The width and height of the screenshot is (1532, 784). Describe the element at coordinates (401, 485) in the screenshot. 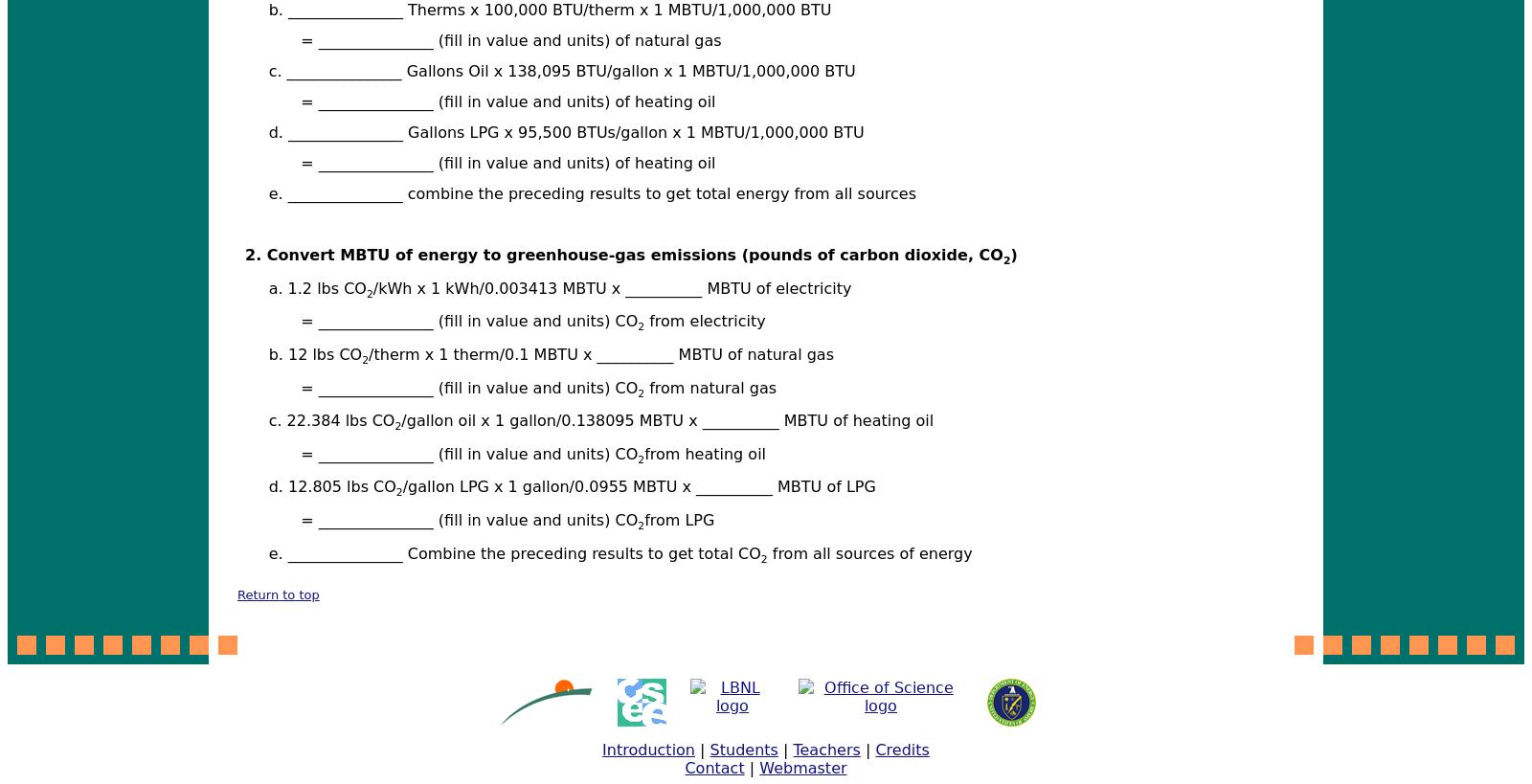

I see `'/gallon LPG x 1 gallon/0.0955 MBTU x __________ MBTU of LPG'` at that location.